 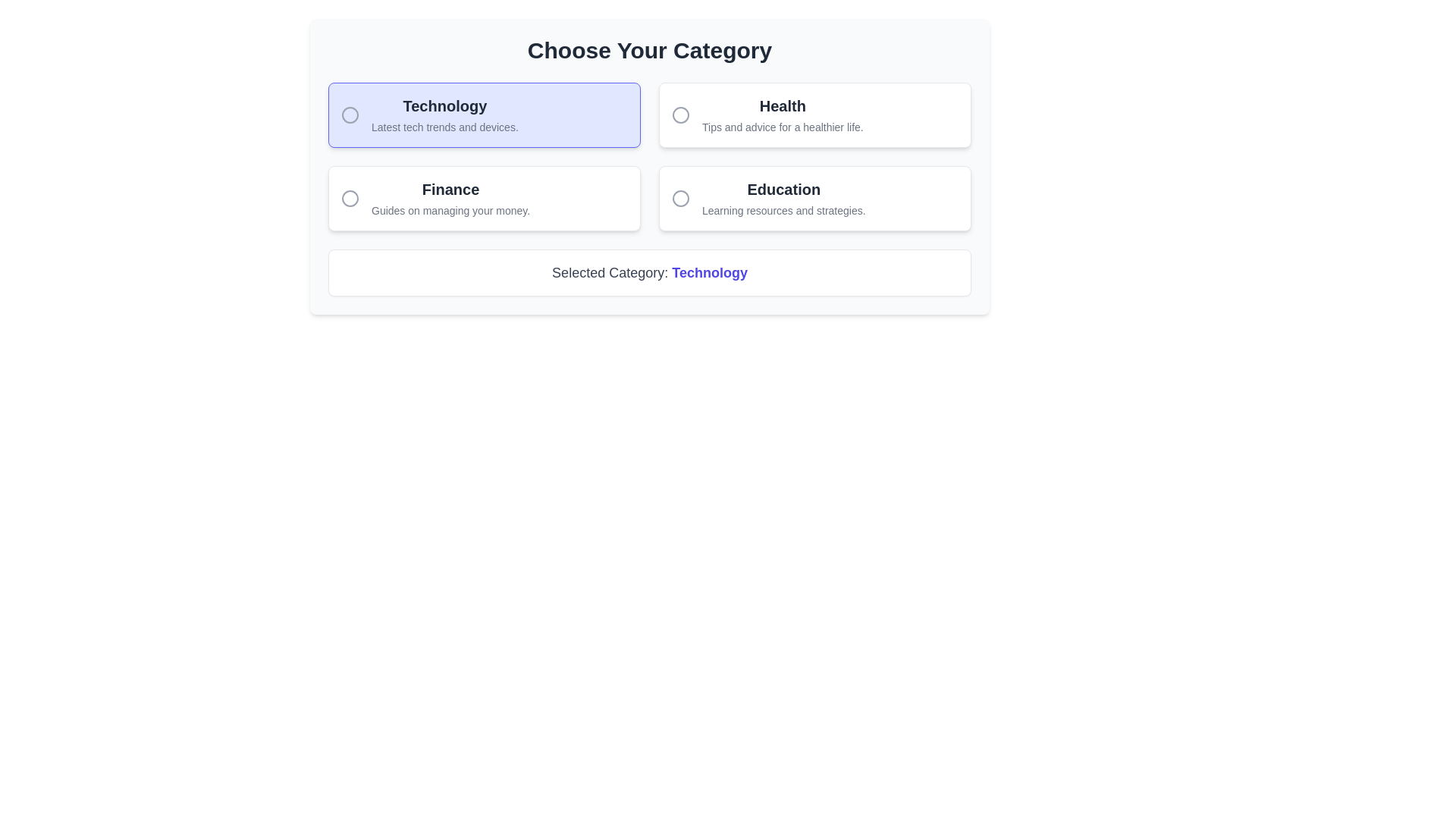 I want to click on the Circle icon in the Health category section, which serves as a selection marker or graphic design element, so click(x=679, y=114).